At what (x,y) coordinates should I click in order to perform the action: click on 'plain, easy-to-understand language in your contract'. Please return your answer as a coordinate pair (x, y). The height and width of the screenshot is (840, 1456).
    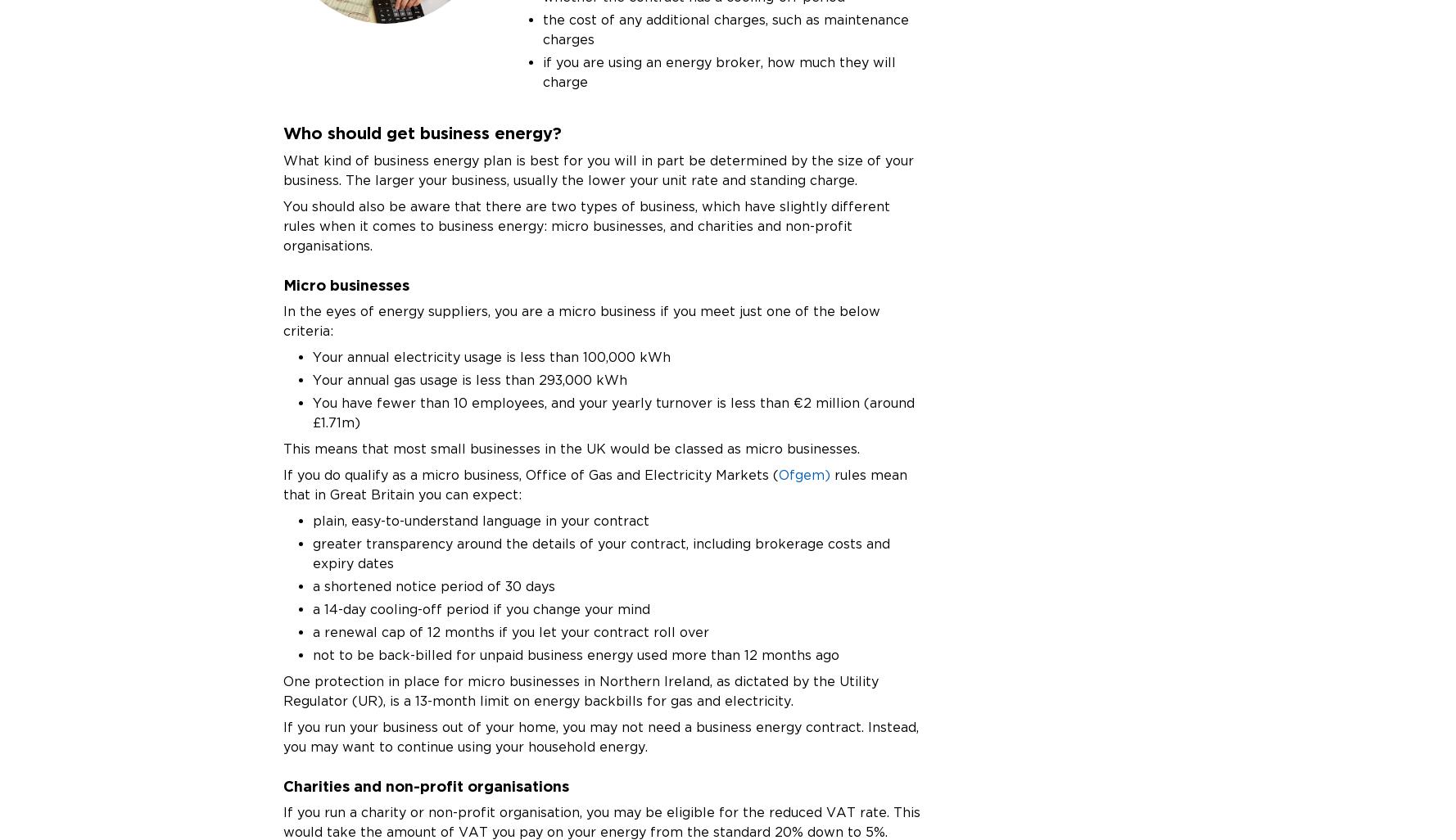
    Looking at the image, I should click on (312, 520).